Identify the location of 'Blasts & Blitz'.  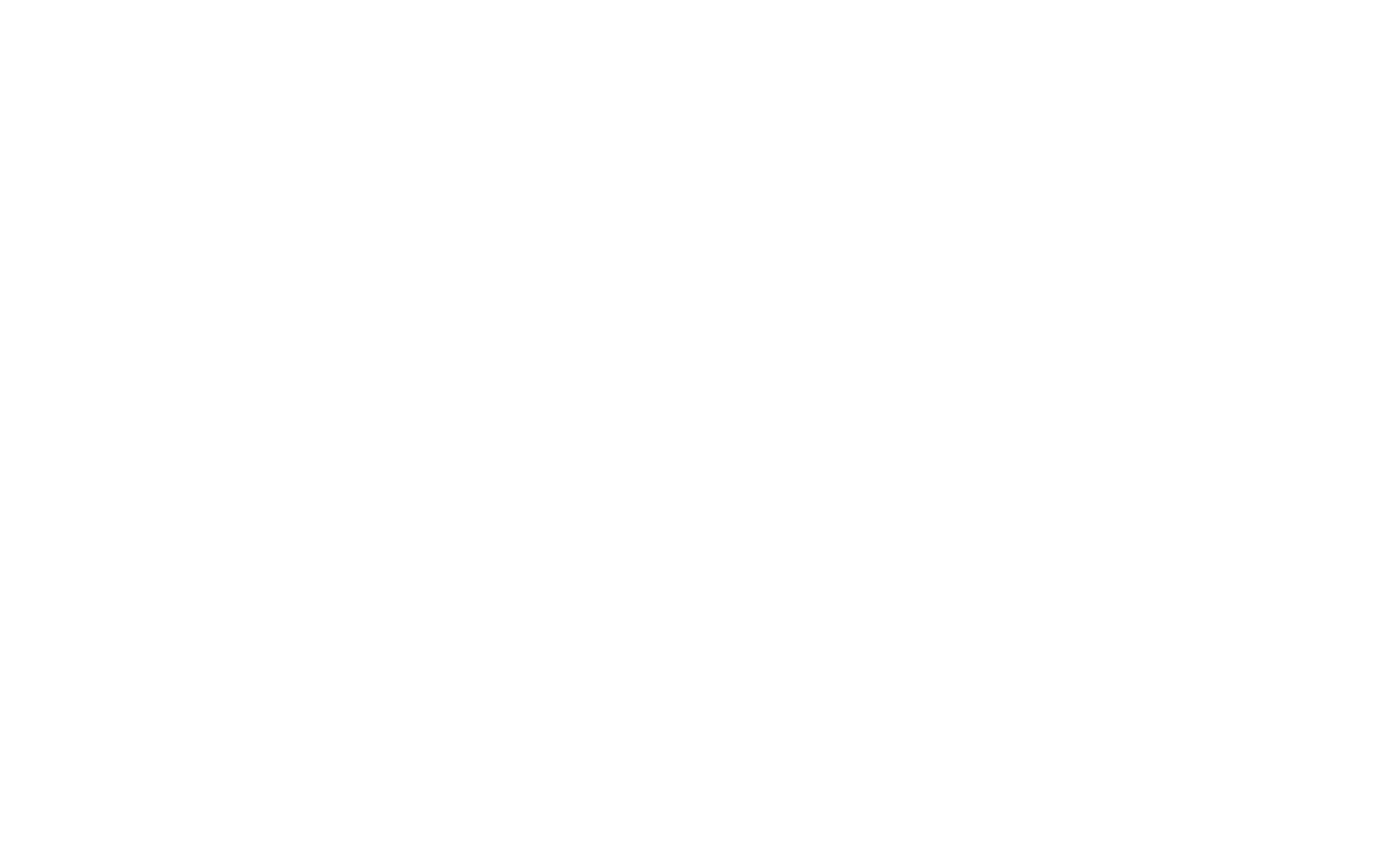
(281, 232).